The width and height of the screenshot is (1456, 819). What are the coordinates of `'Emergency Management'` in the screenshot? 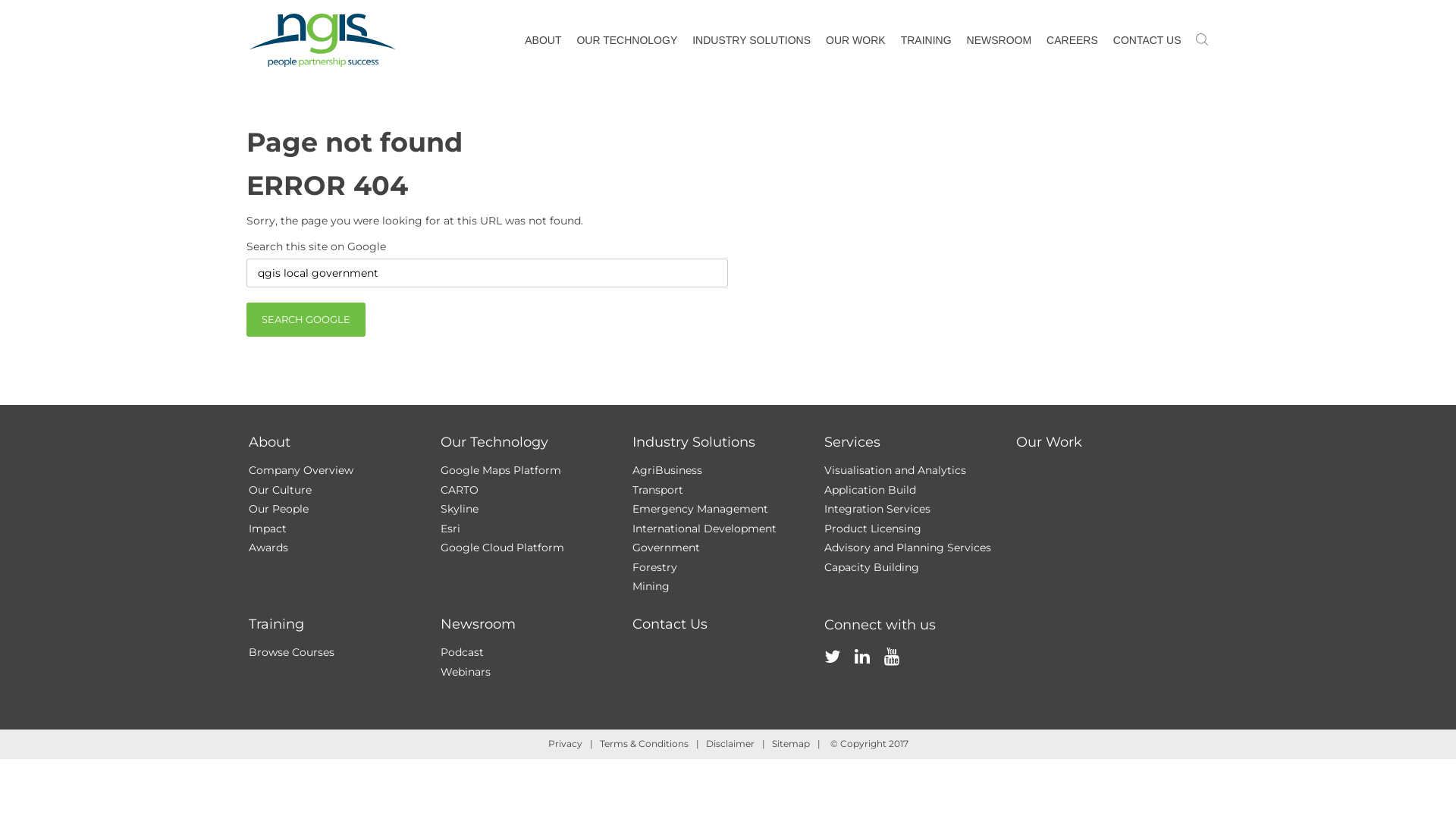 It's located at (699, 509).